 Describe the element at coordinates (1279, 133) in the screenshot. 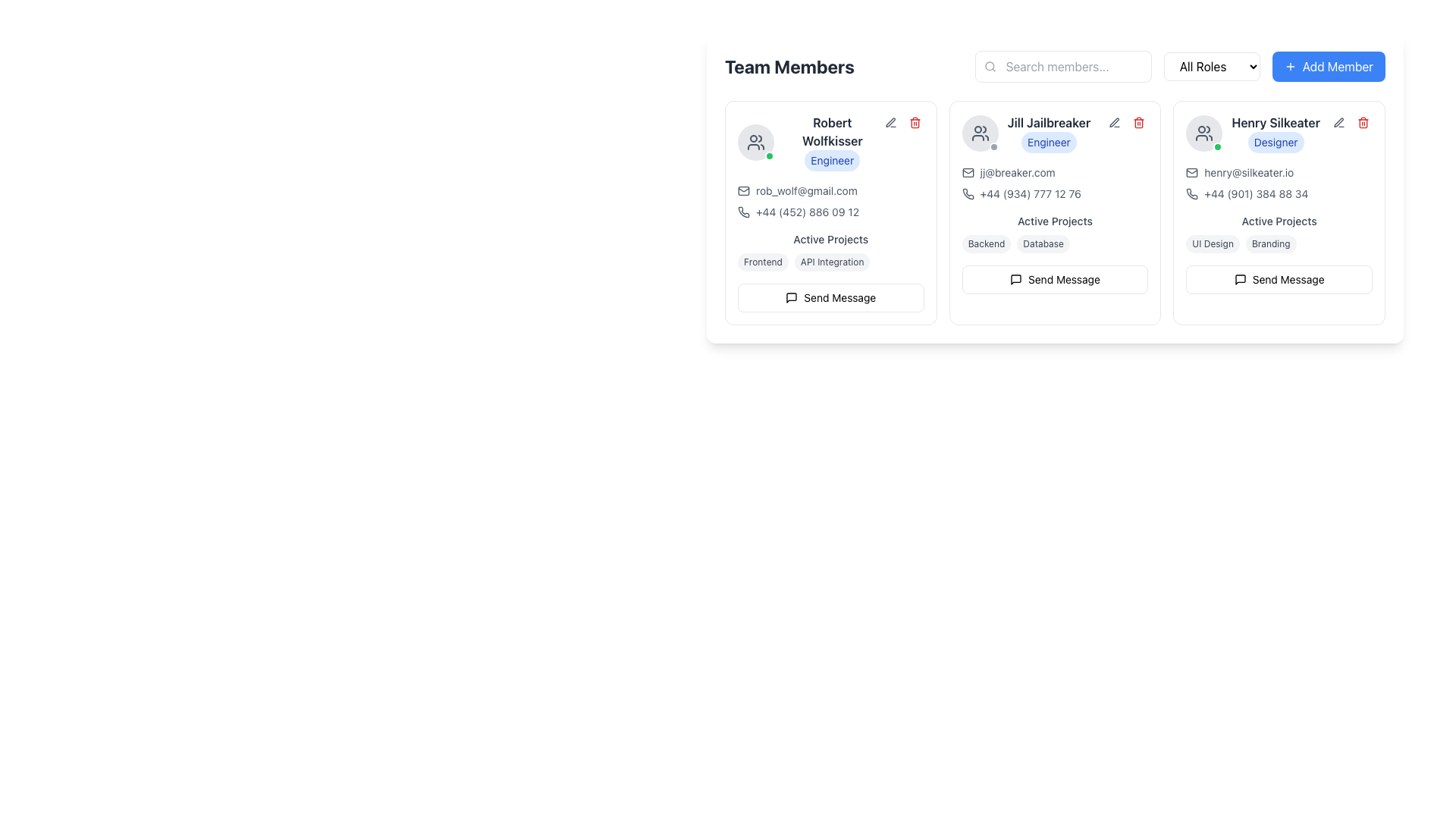

I see `the blue badge labeled 'Designer' in the Profile Header Section for more info` at that location.